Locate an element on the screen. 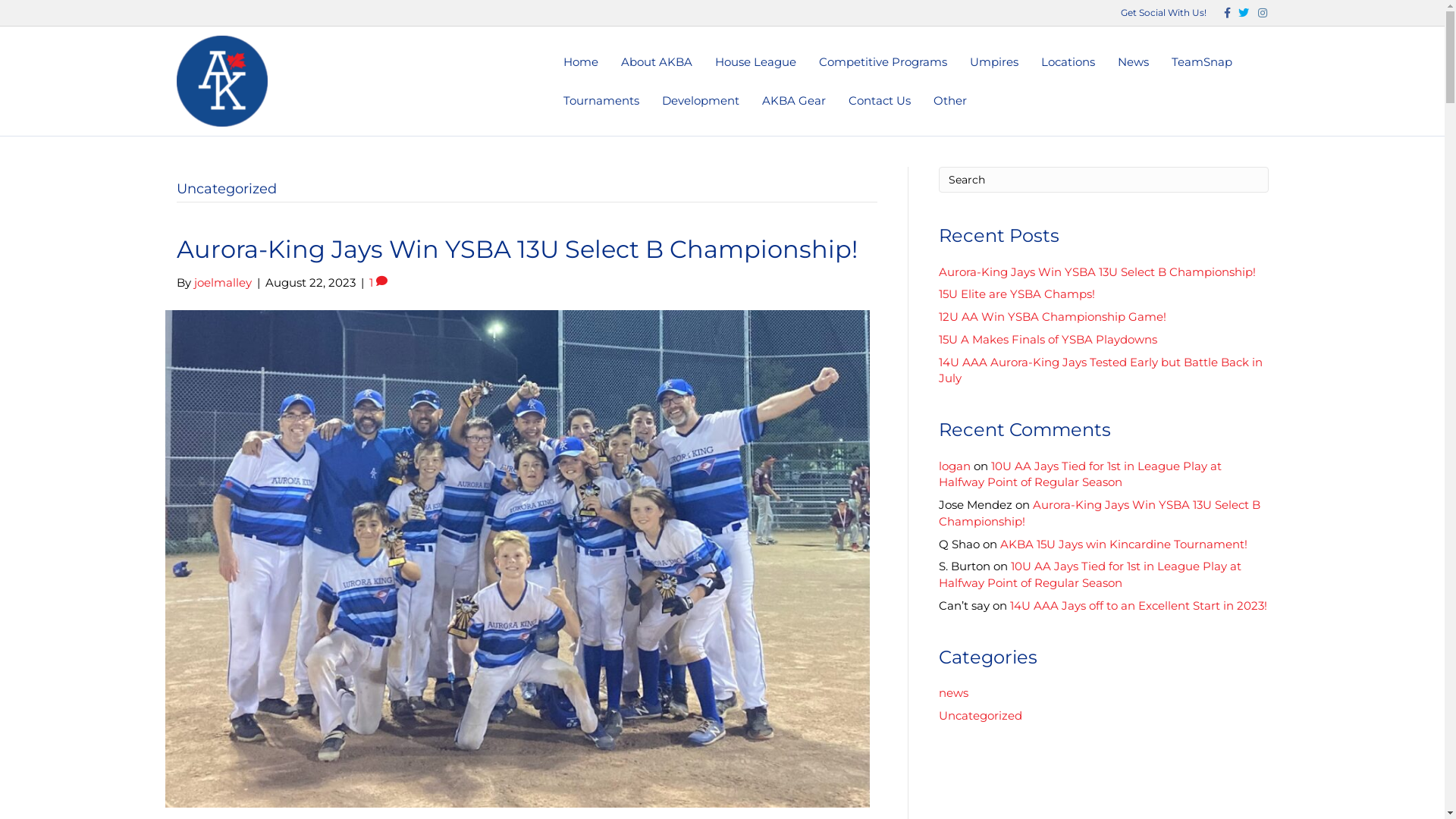  'Development' is located at coordinates (651, 100).